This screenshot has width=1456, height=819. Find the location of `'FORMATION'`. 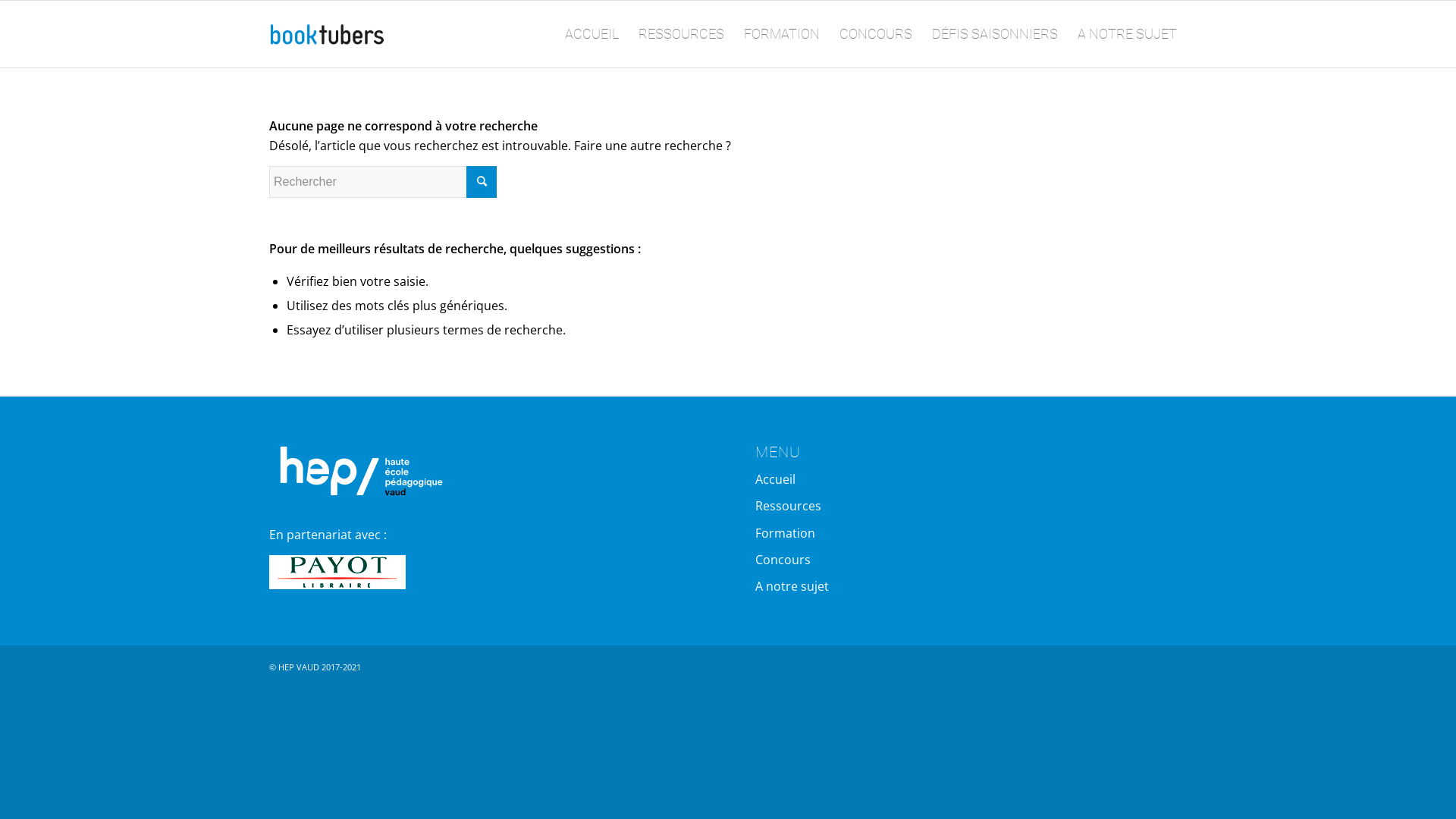

'FORMATION' is located at coordinates (782, 34).